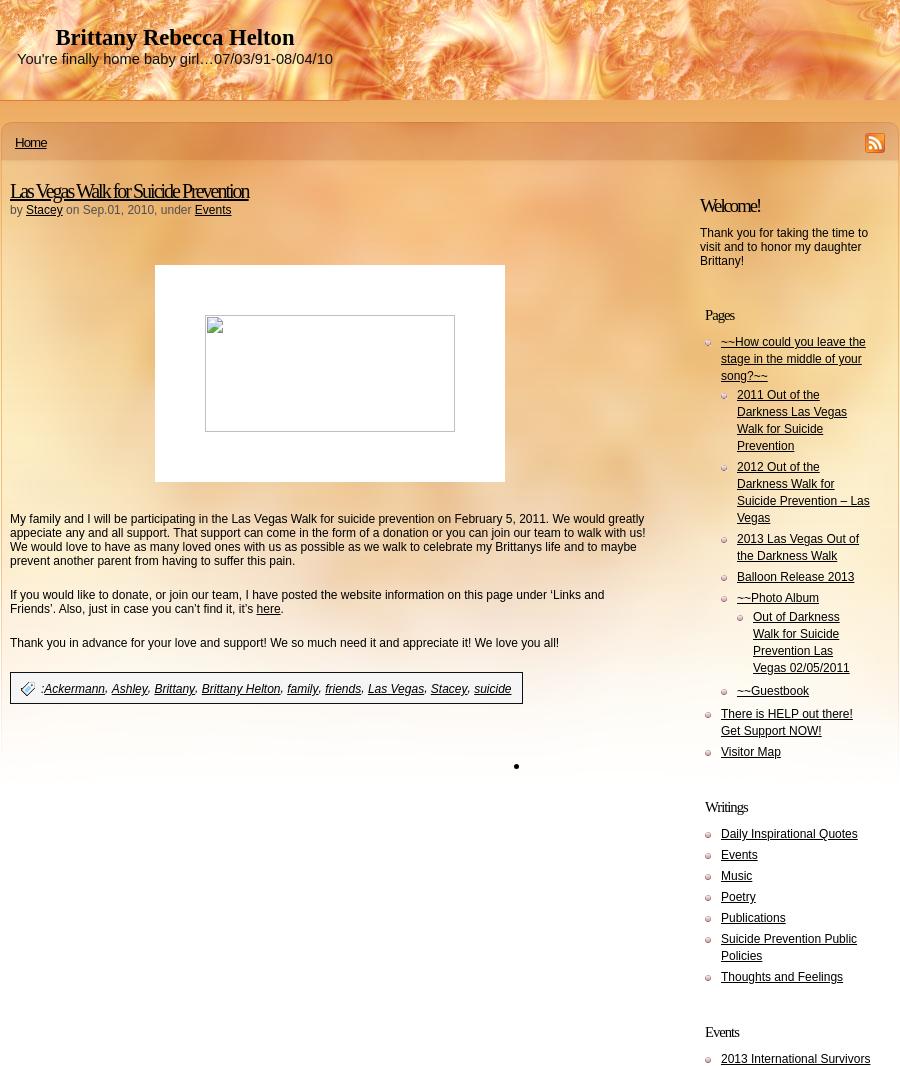 This screenshot has height=1066, width=900. I want to click on 'My family and I will be participating in the Las Vegas Walk for suicide prevention on February 5, 2011. We would greatly appeciate any and all support. That support can come in the form of a donation or you can join our team to walk with us! We would love to have as many loved ones with us as possible as we walk to celebrate my Brittanys life and to maybe prevent another parent from having to suffer this pain.', so click(326, 539).